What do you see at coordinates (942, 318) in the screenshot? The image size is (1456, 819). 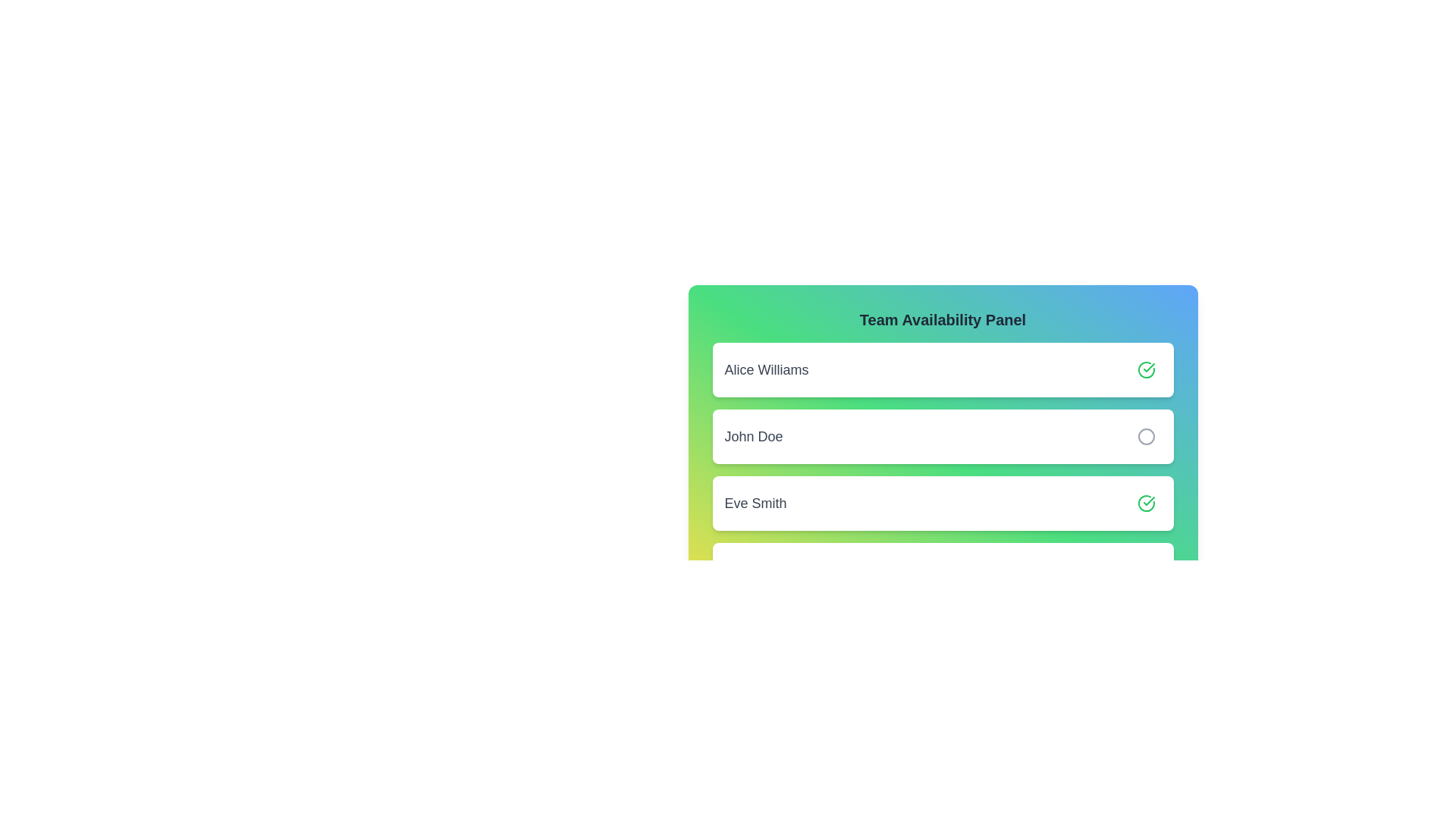 I see `the header text of the Team Availability Panel` at bounding box center [942, 318].